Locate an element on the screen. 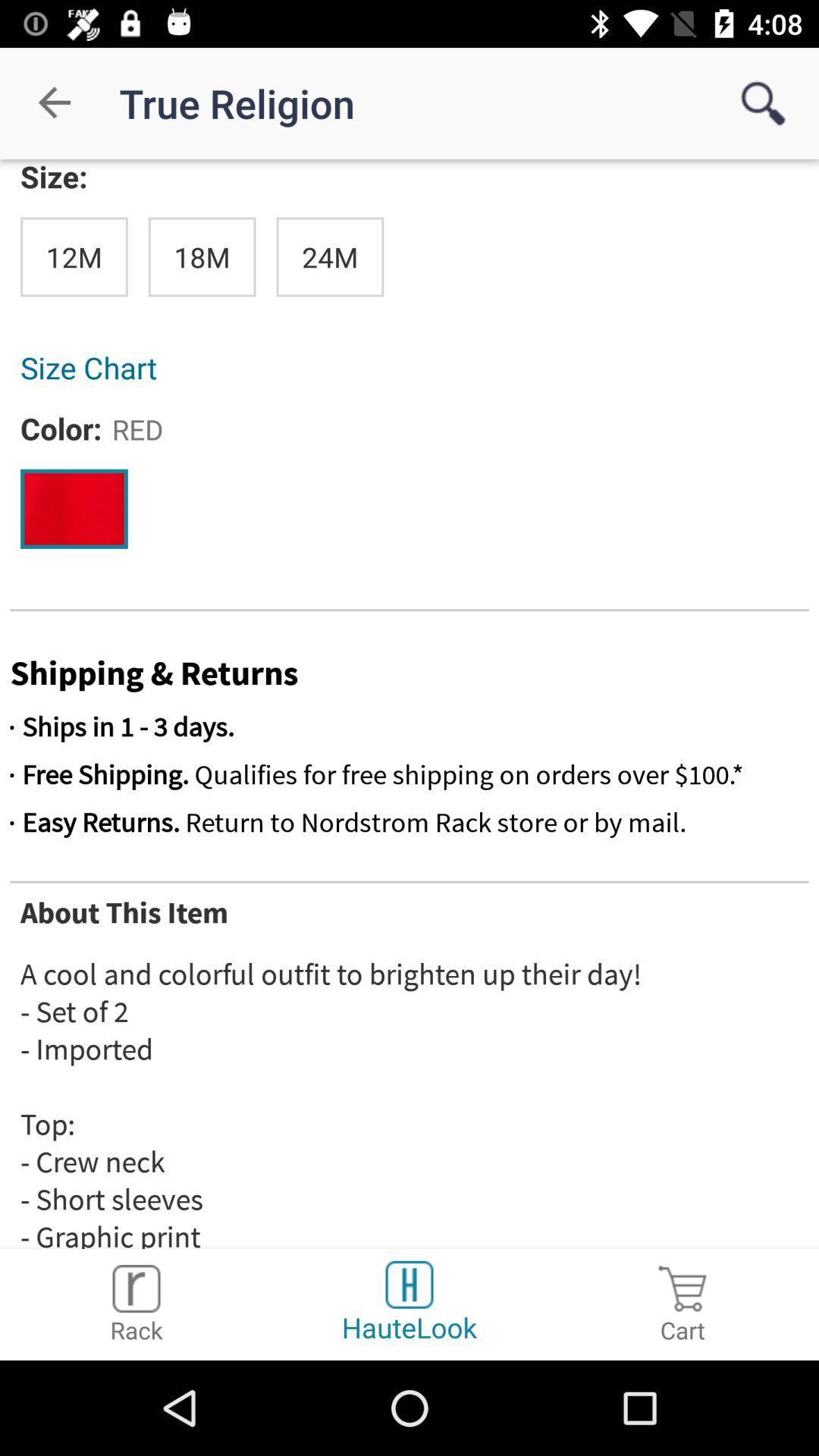 The height and width of the screenshot is (1456, 819). the item above the size chart item is located at coordinates (201, 257).